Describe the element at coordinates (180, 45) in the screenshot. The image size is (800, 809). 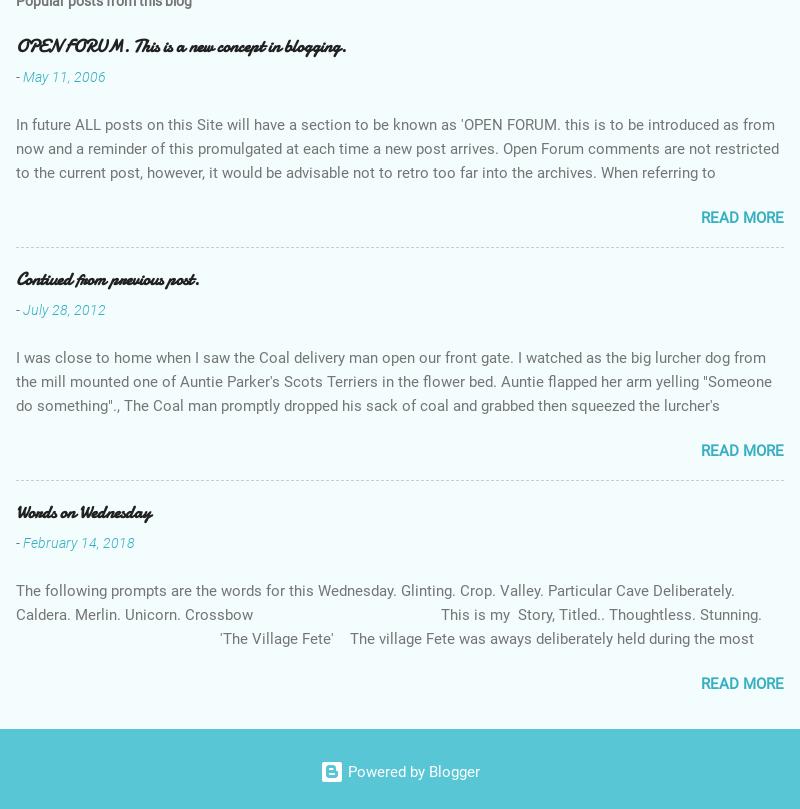
I see `'OPEN FORUM. This is a new concept in blogging.'` at that location.